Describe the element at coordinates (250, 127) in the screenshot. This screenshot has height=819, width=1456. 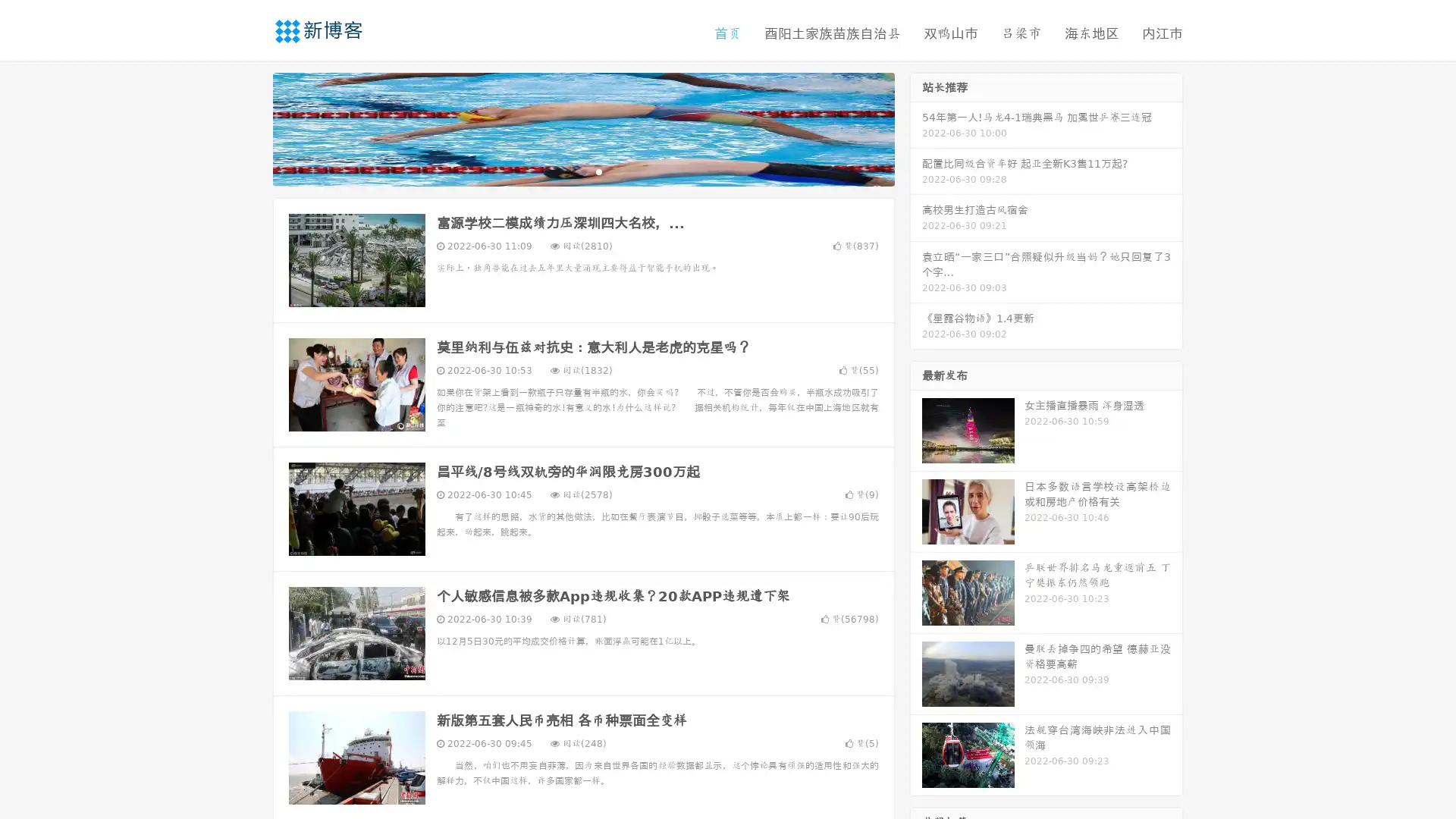
I see `Previous slide` at that location.